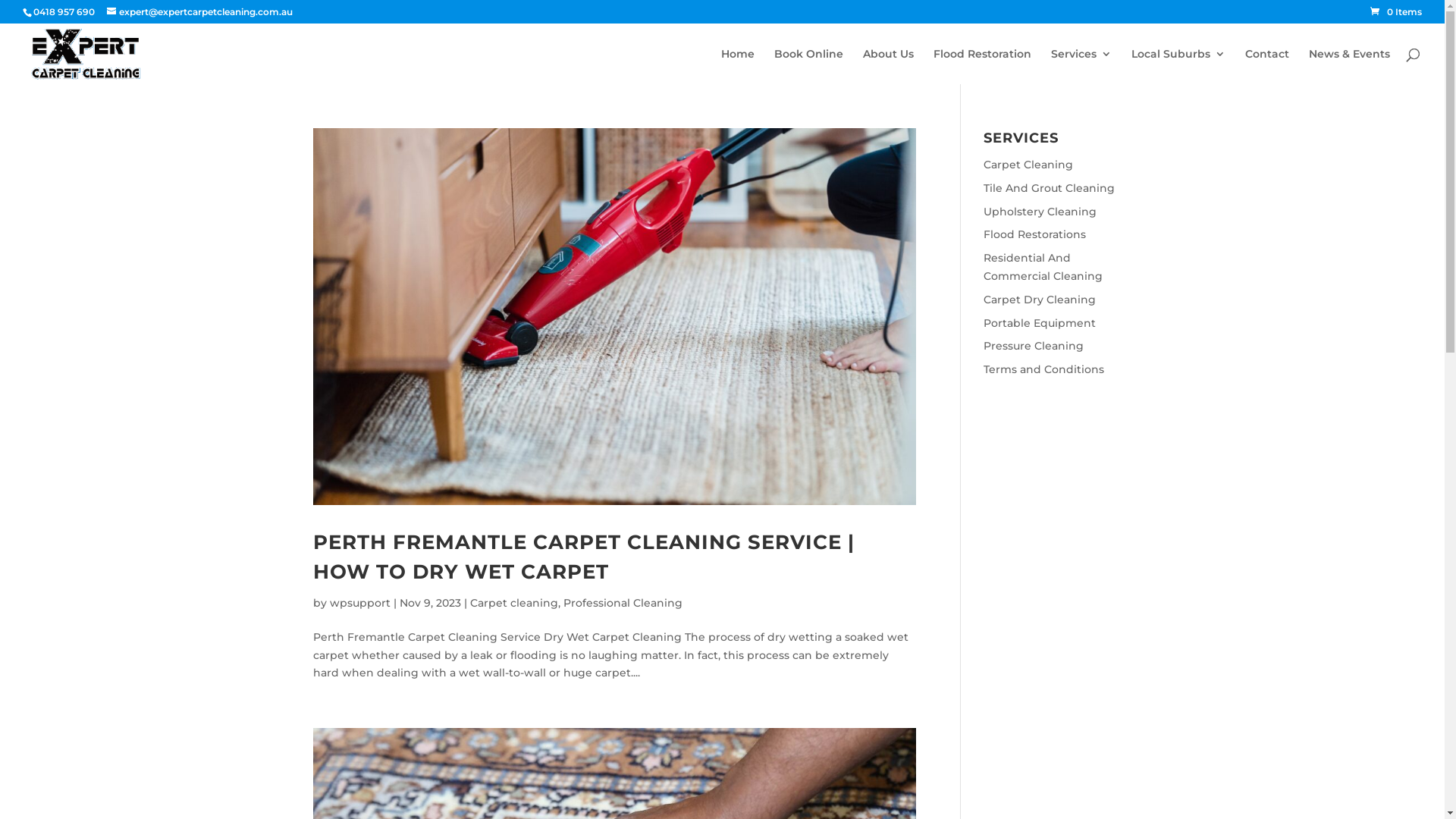  I want to click on 'Portable Equipment', so click(983, 322).